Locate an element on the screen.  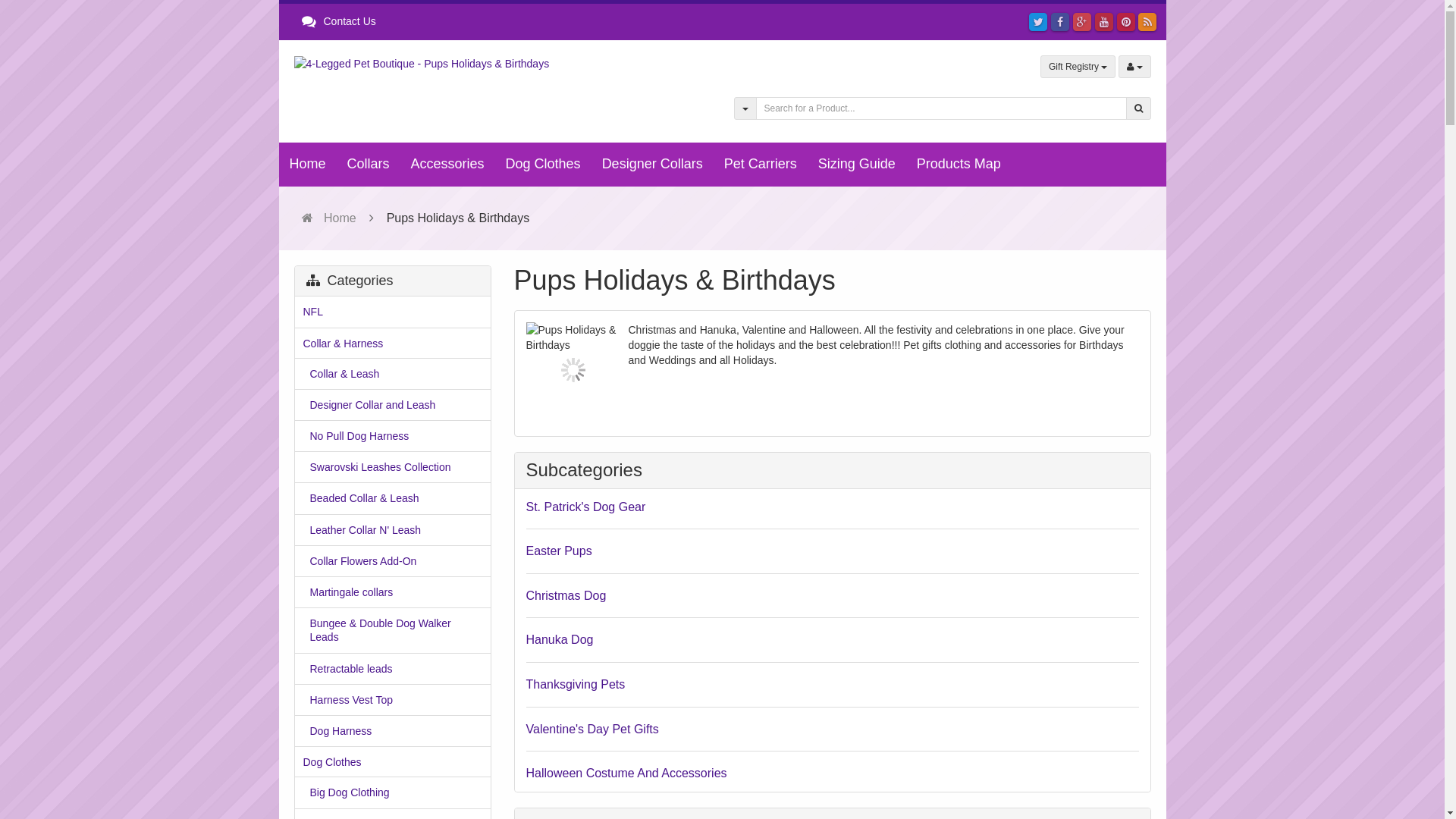
'Collar & Harness' is located at coordinates (294, 343).